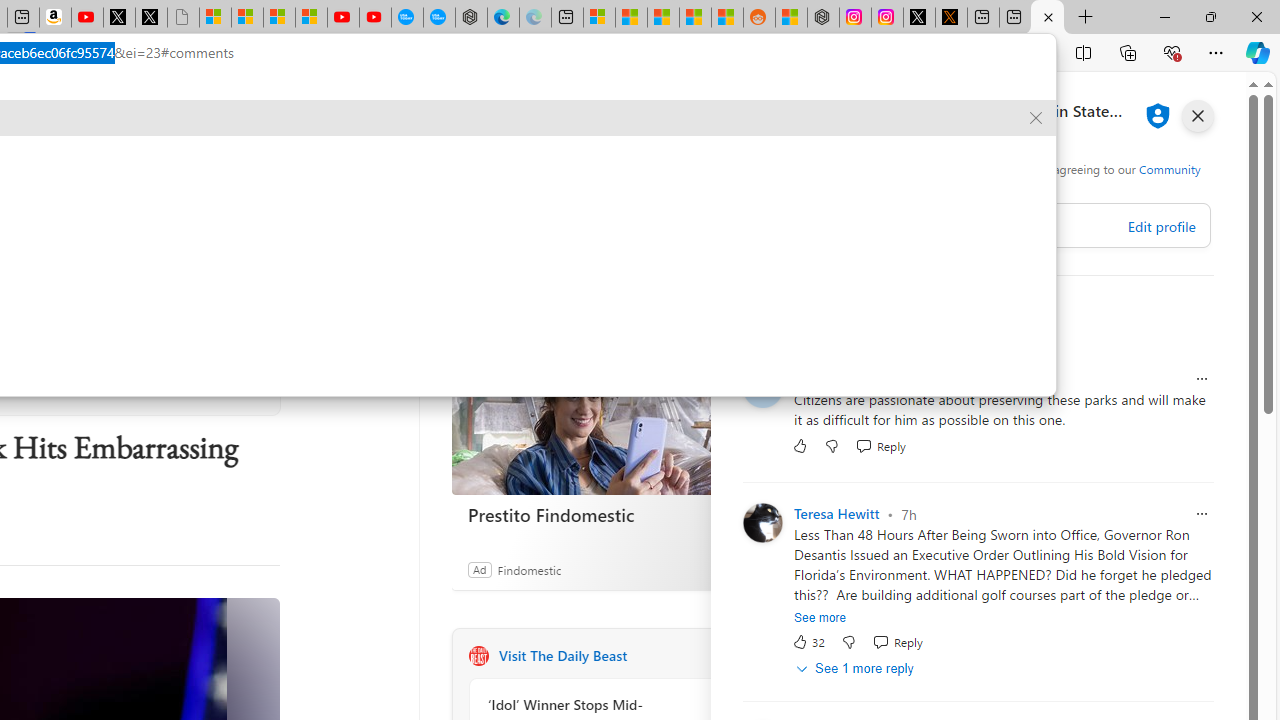 Image resolution: width=1280 pixels, height=720 pixels. Describe the element at coordinates (1197, 115) in the screenshot. I see `'close'` at that location.